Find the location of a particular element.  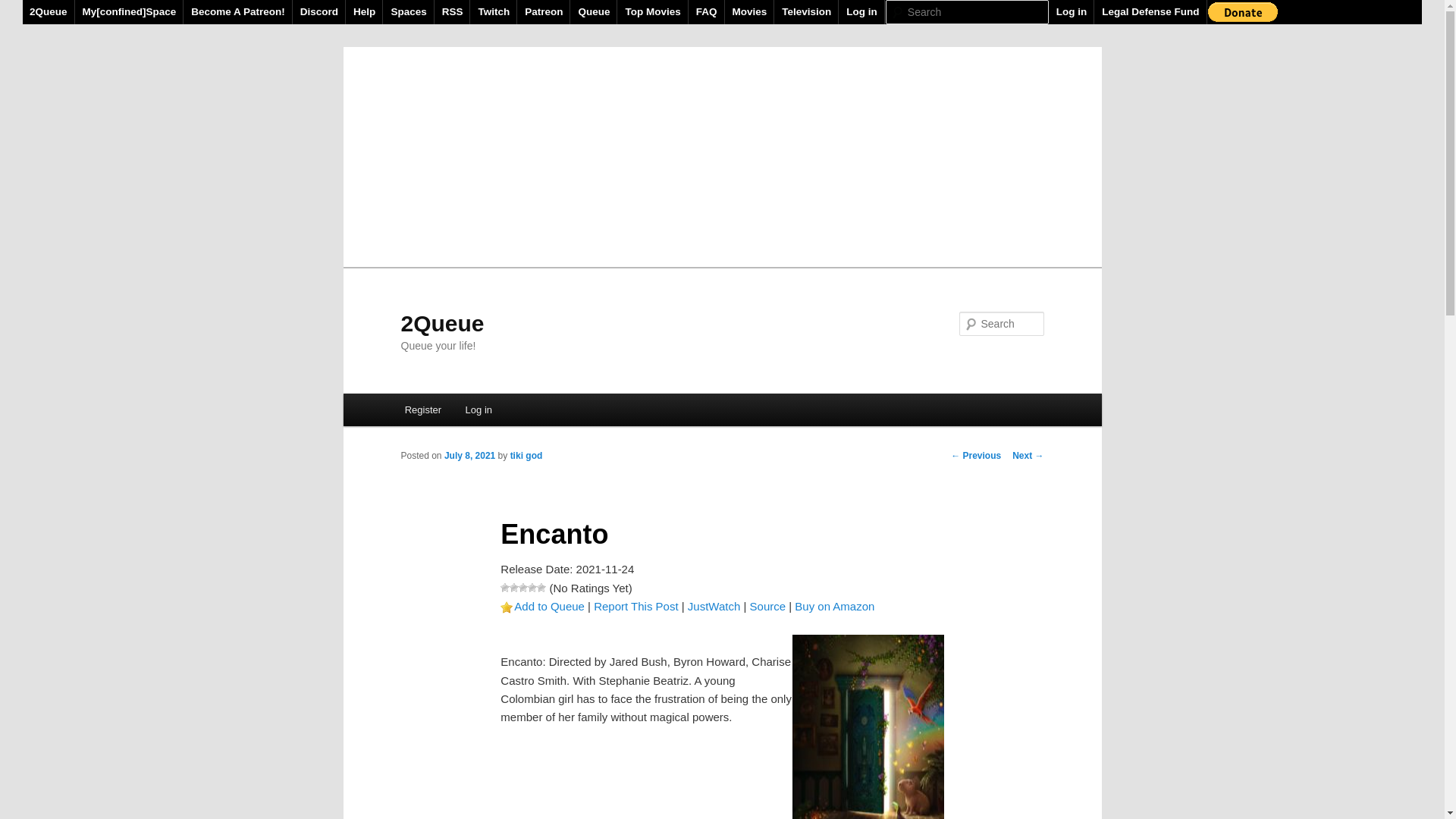

'Become A Patreon!' is located at coordinates (184, 11).